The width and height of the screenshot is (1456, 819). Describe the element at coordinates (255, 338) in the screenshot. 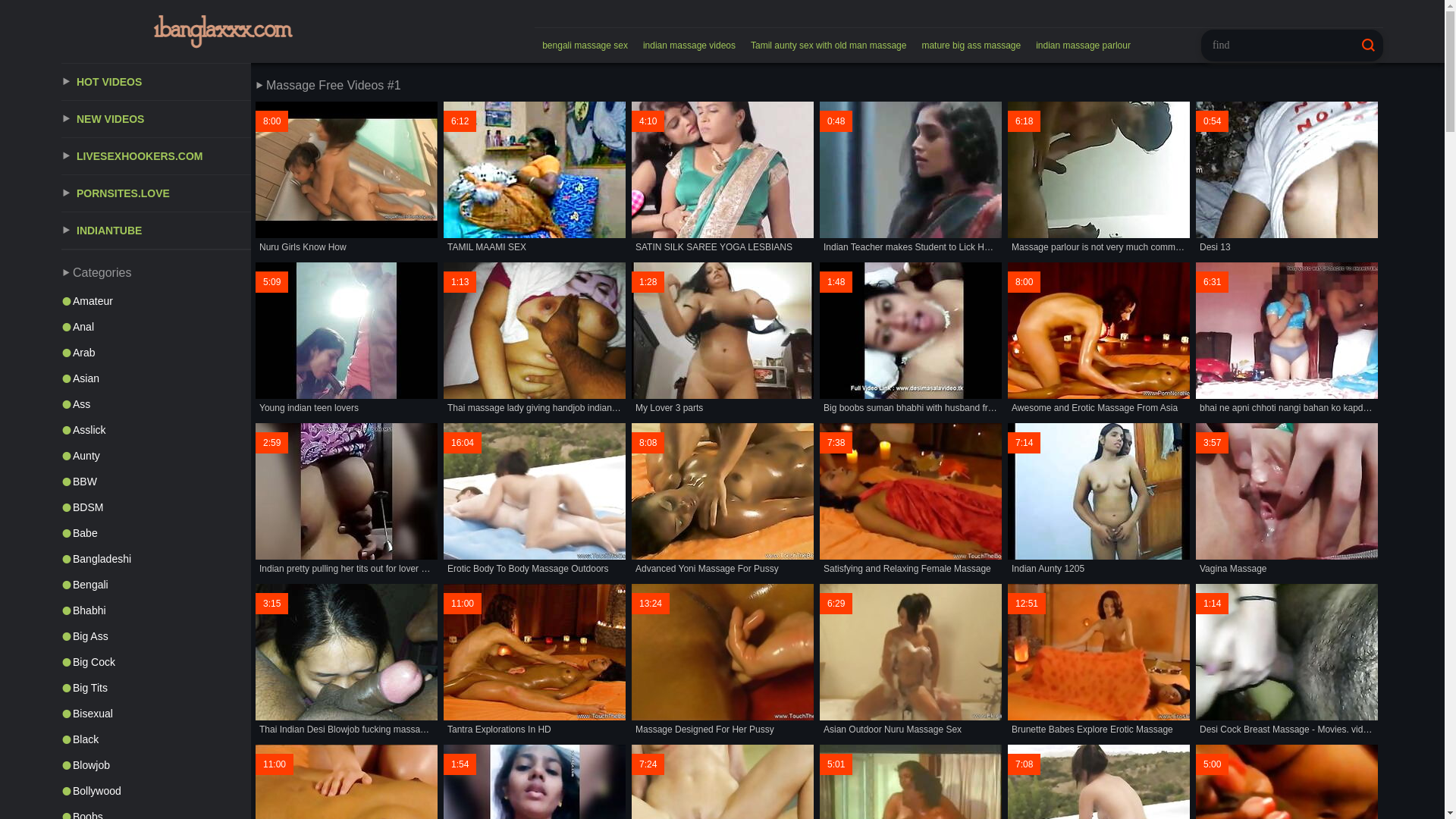

I see `'5:09` at that location.